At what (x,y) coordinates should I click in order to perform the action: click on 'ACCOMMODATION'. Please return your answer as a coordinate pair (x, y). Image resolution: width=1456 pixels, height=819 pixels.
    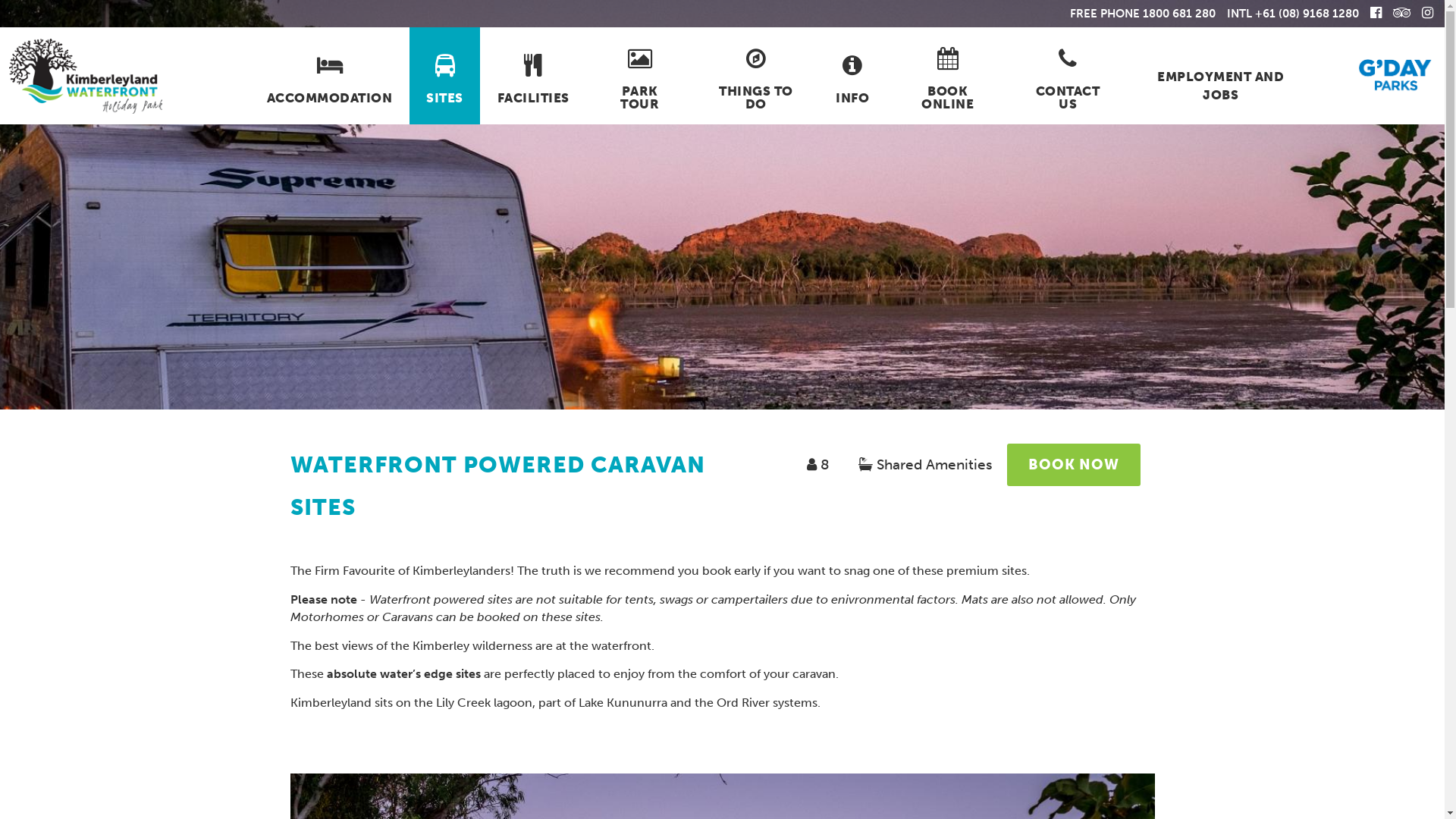
    Looking at the image, I should click on (249, 76).